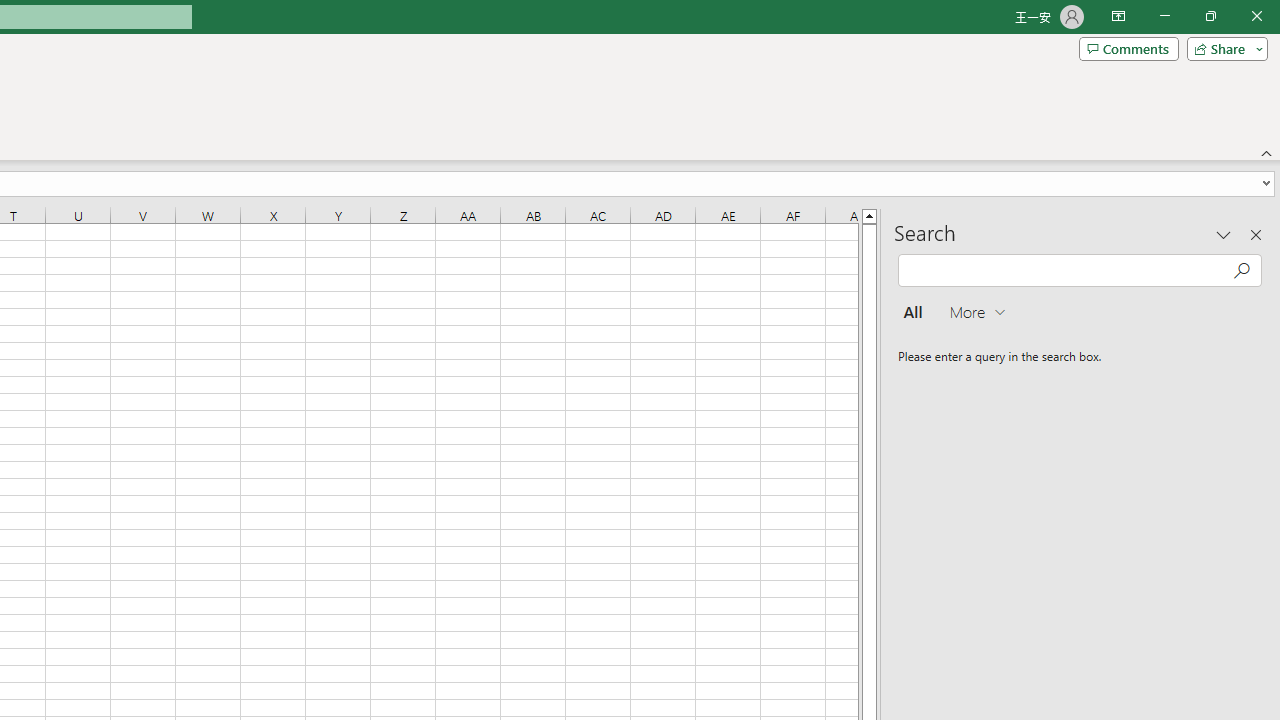 This screenshot has width=1280, height=720. What do you see at coordinates (1164, 16) in the screenshot?
I see `'Minimize'` at bounding box center [1164, 16].